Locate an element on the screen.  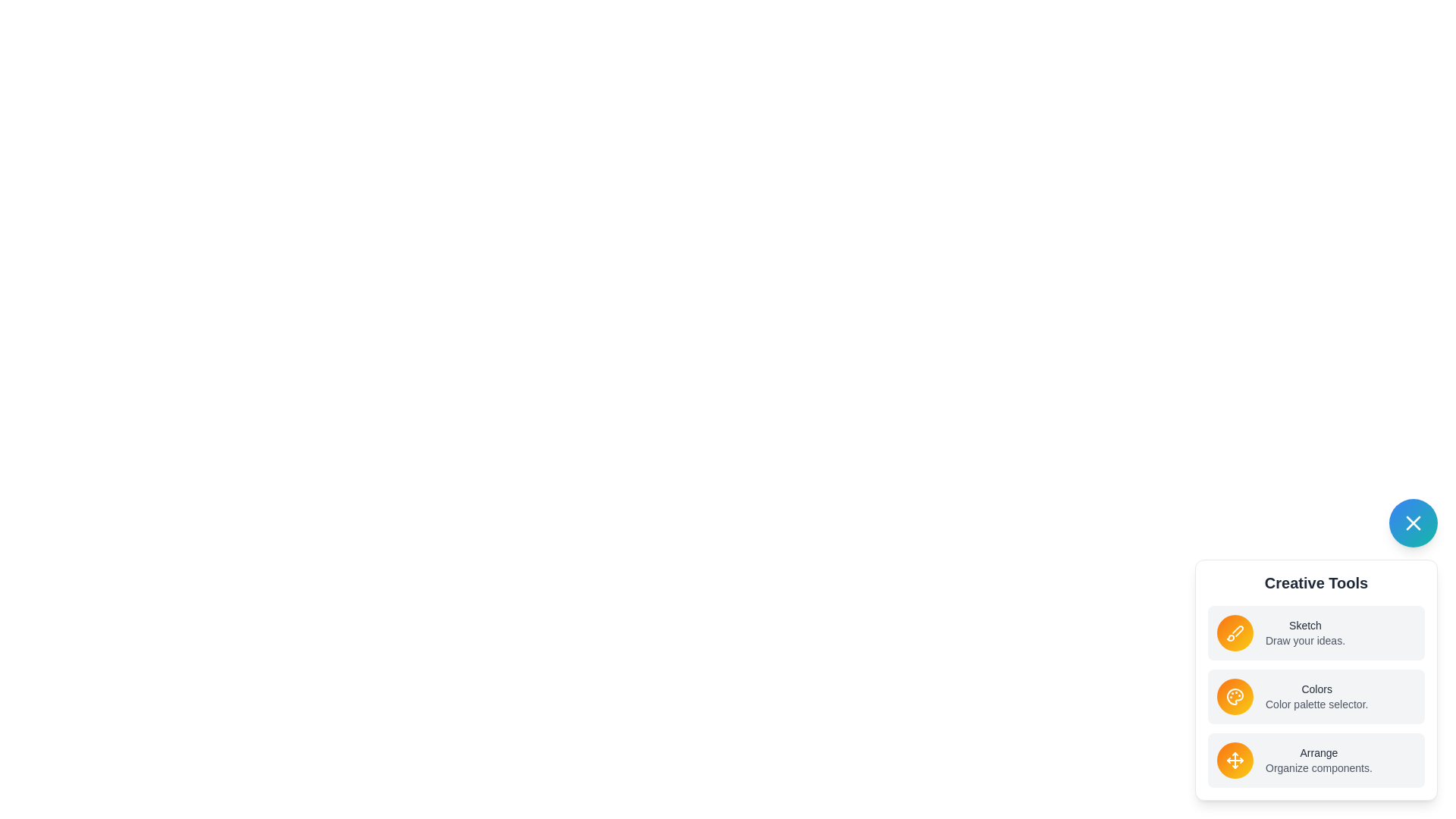
the Arrange icon to activate its functionality is located at coordinates (1235, 760).